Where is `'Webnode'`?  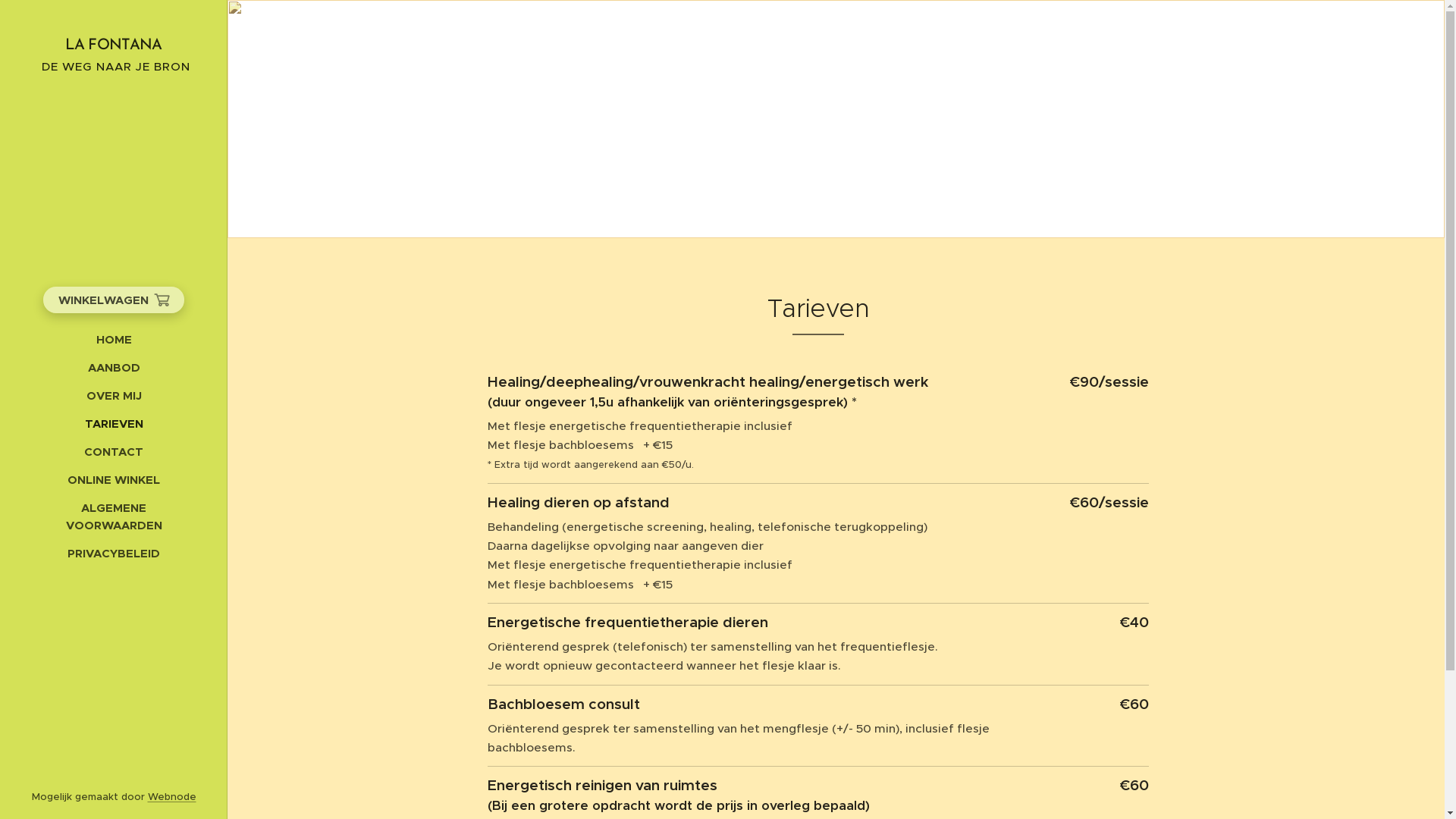 'Webnode' is located at coordinates (171, 795).